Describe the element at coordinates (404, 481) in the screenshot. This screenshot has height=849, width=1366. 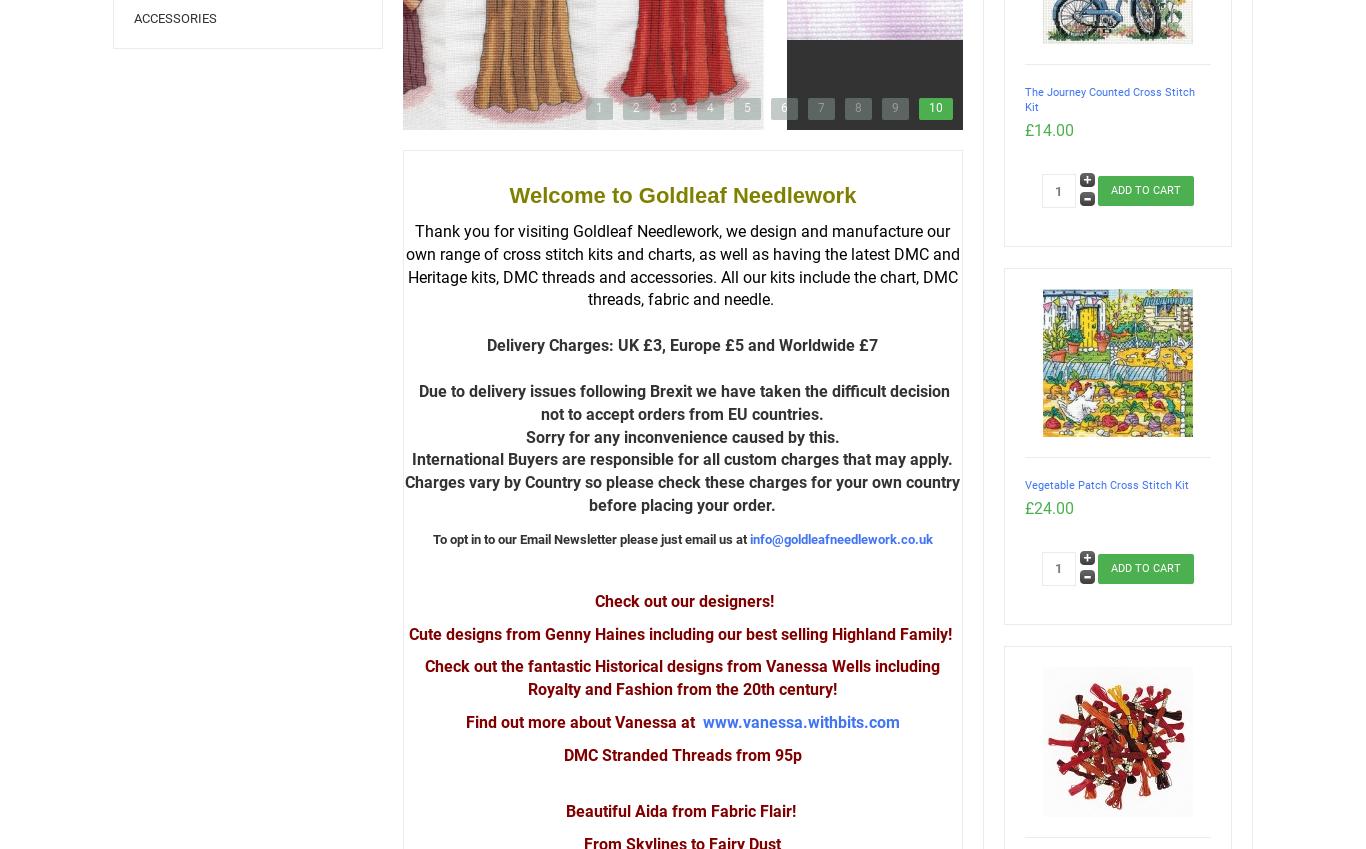
I see `'International Buyers are responsible for all custom charges that may apply. Charges vary by Country so please check these charges for your own country before placing your order.'` at that location.